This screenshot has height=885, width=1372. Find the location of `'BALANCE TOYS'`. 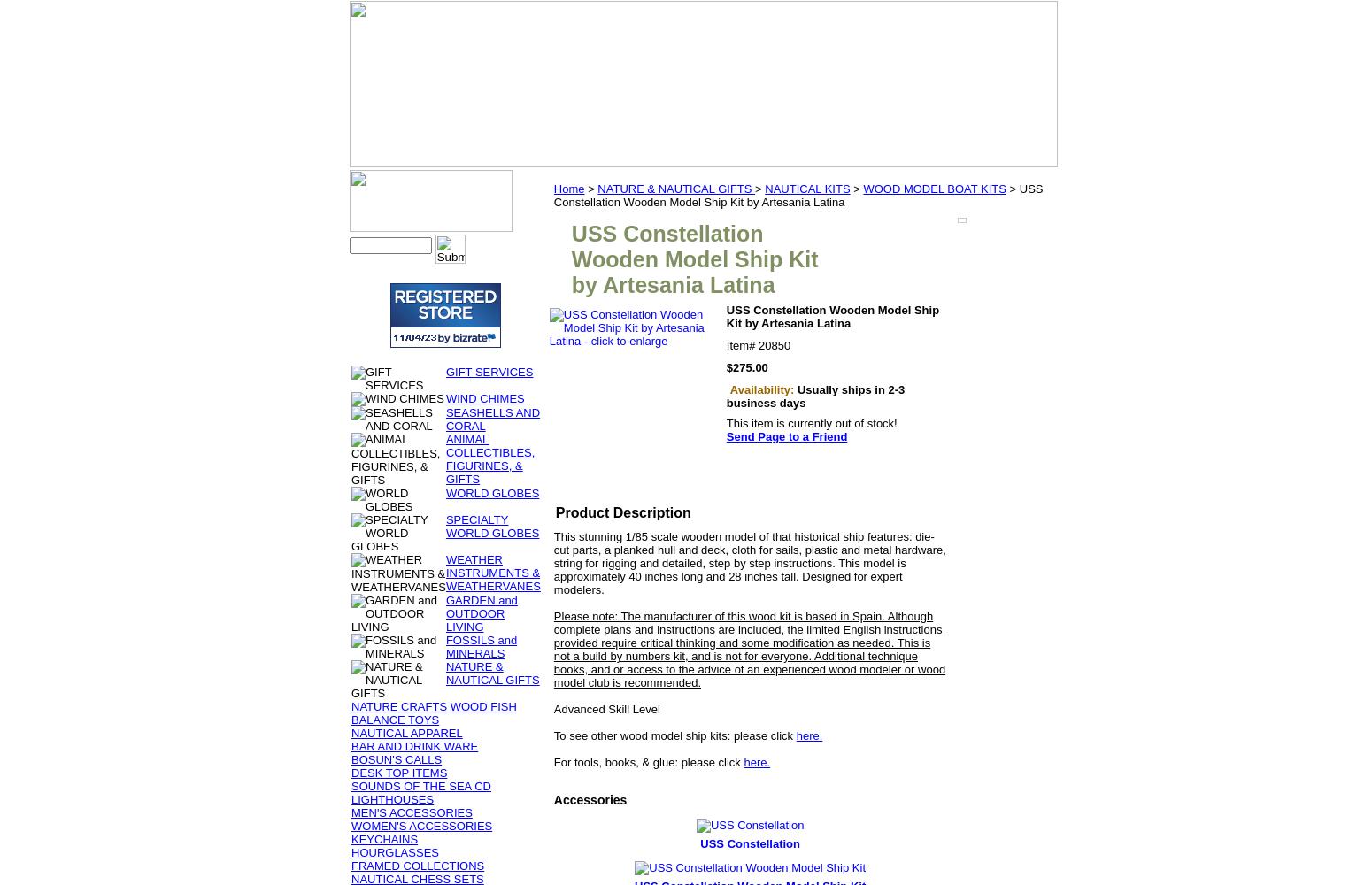

'BALANCE TOYS' is located at coordinates (395, 719).